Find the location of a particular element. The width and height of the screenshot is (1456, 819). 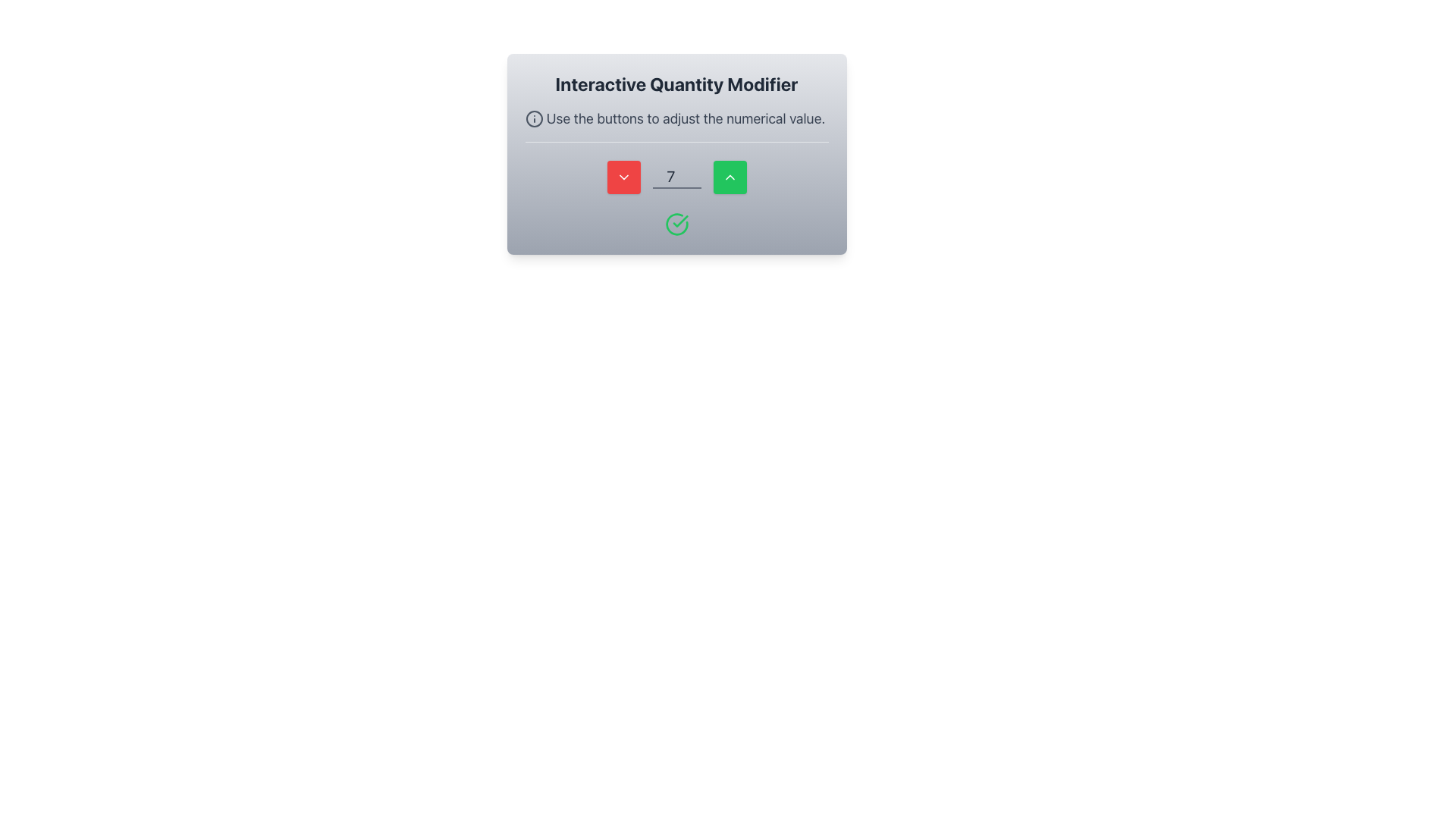

the green increment button with an up arrow located within the Composite component that contains a numerical input field displaying the number '7' is located at coordinates (676, 177).